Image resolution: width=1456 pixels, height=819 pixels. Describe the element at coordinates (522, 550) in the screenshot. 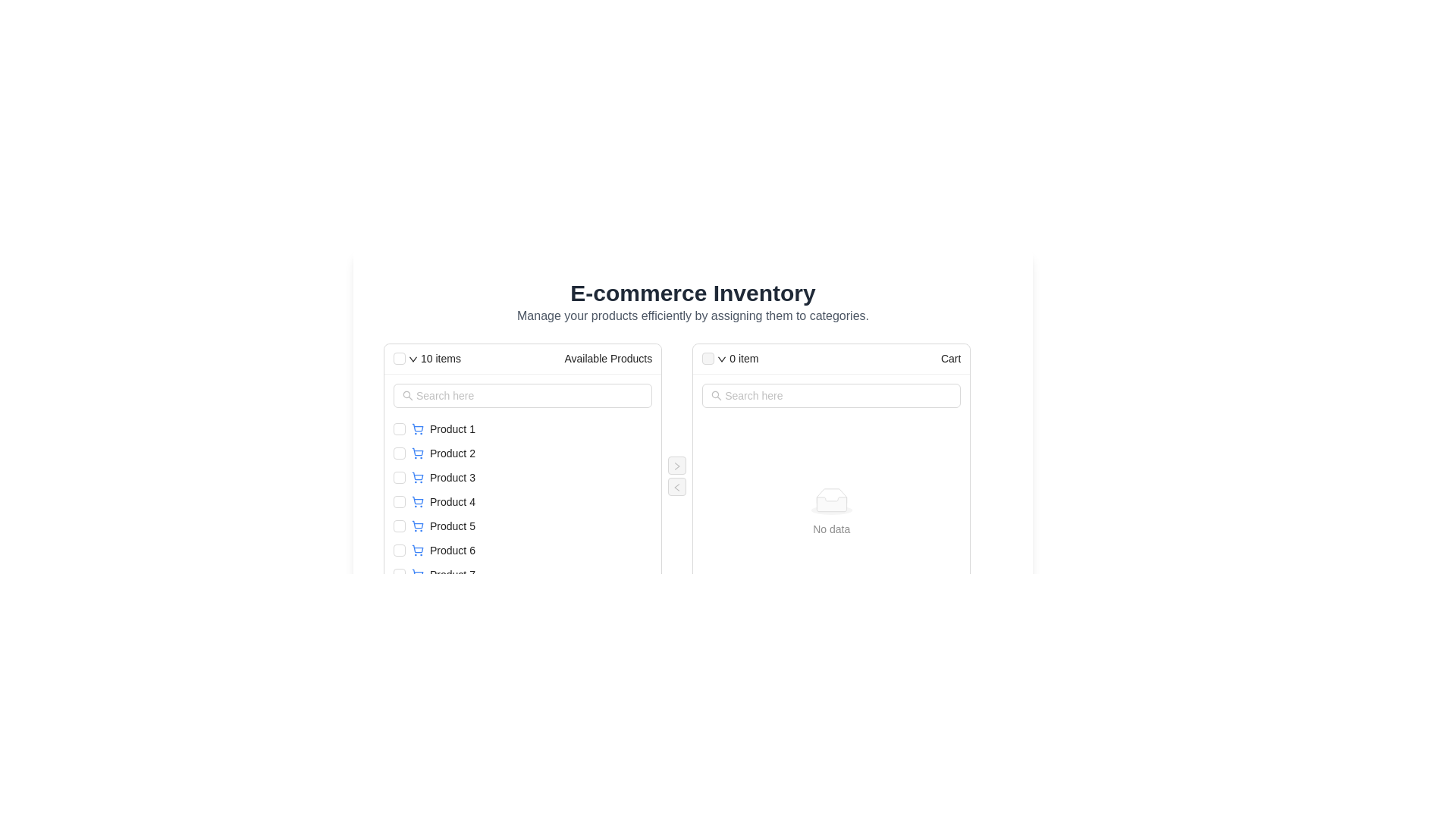

I see `the checkbox of the selectable list item for 'Product 6'` at that location.